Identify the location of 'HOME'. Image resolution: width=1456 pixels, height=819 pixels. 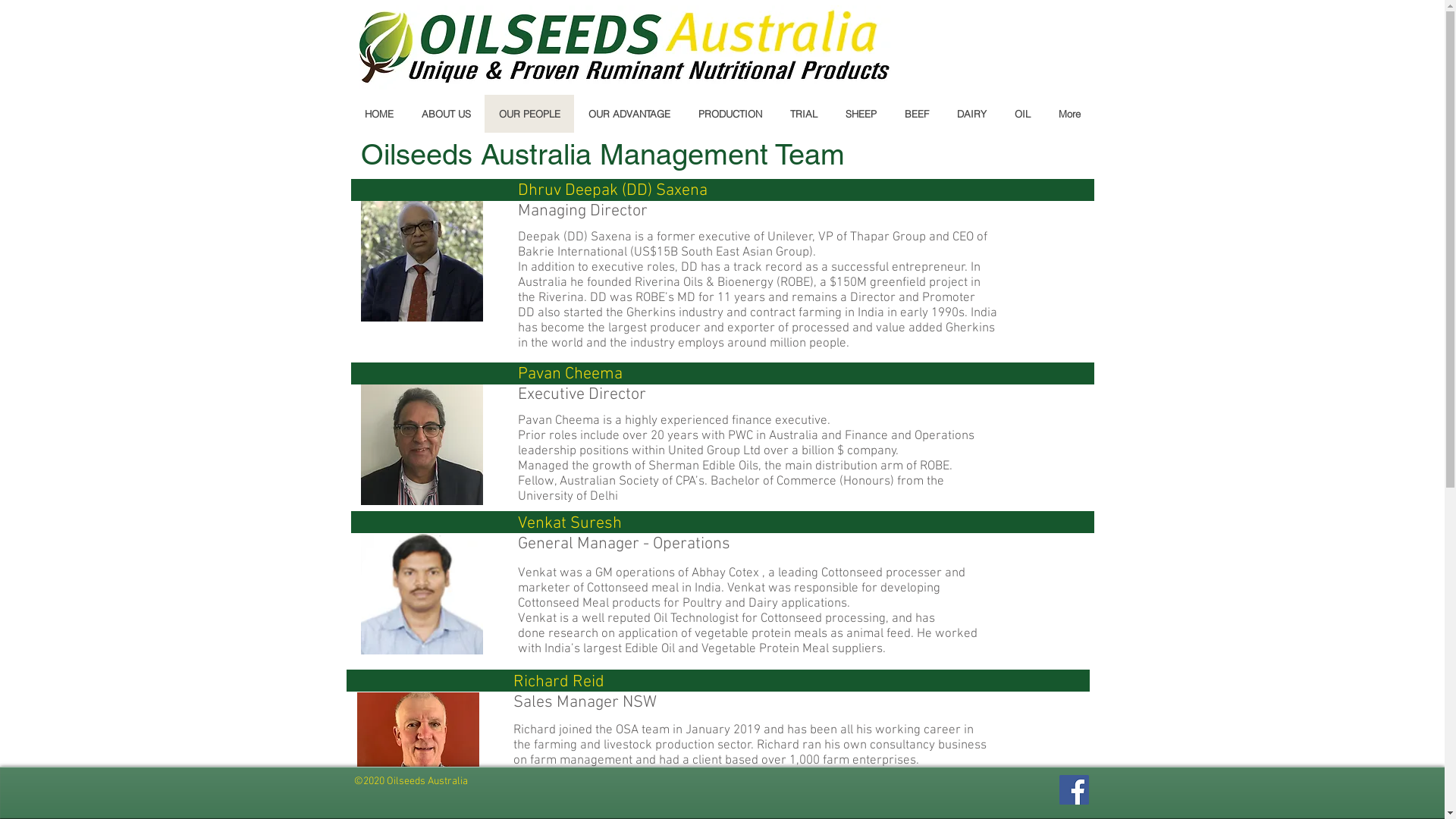
(378, 113).